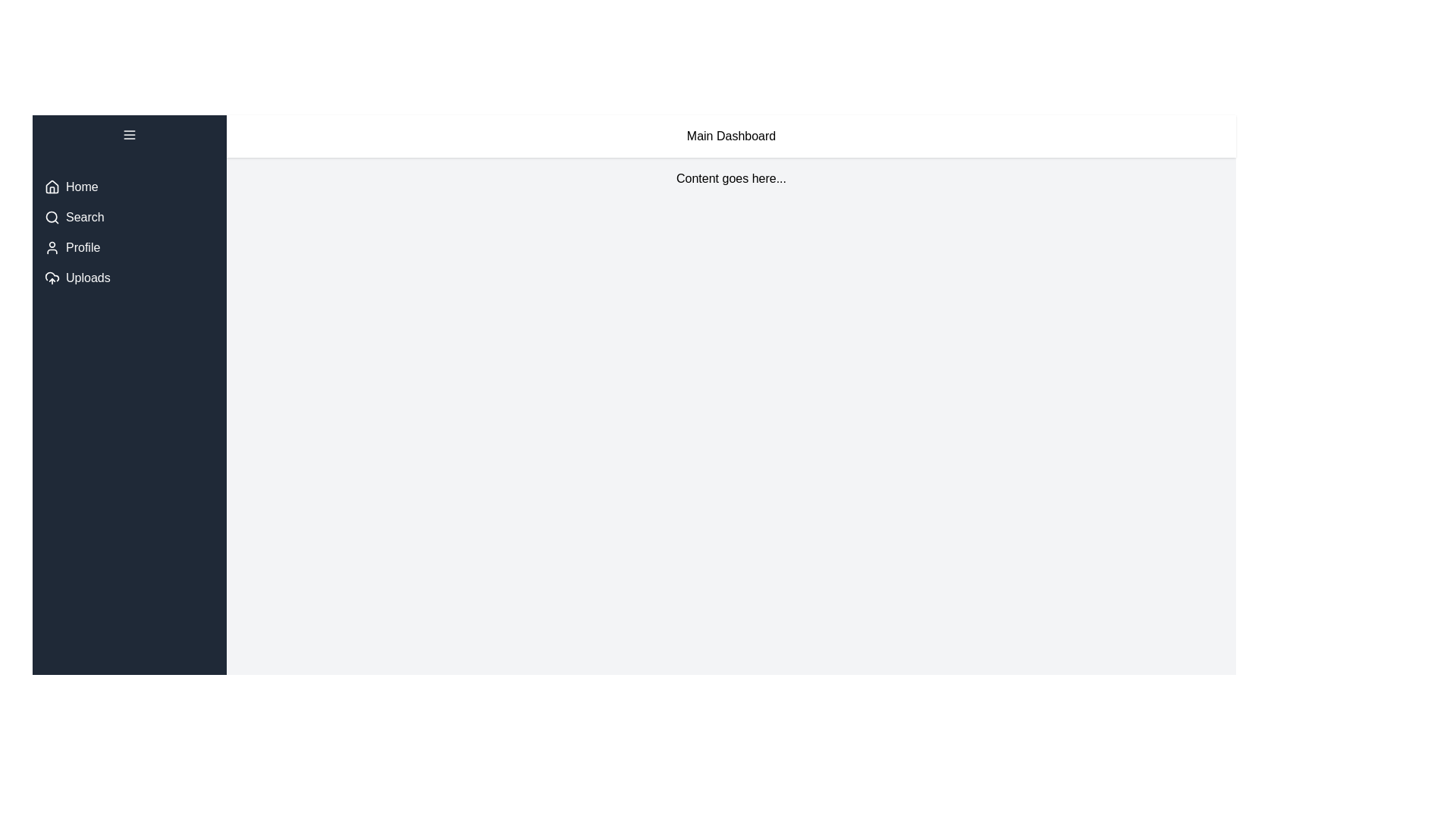 Image resolution: width=1456 pixels, height=819 pixels. What do you see at coordinates (731, 136) in the screenshot?
I see `the 'Main Dashboard' text label, which displays black text on a white background and is located at the top central part of the interface` at bounding box center [731, 136].